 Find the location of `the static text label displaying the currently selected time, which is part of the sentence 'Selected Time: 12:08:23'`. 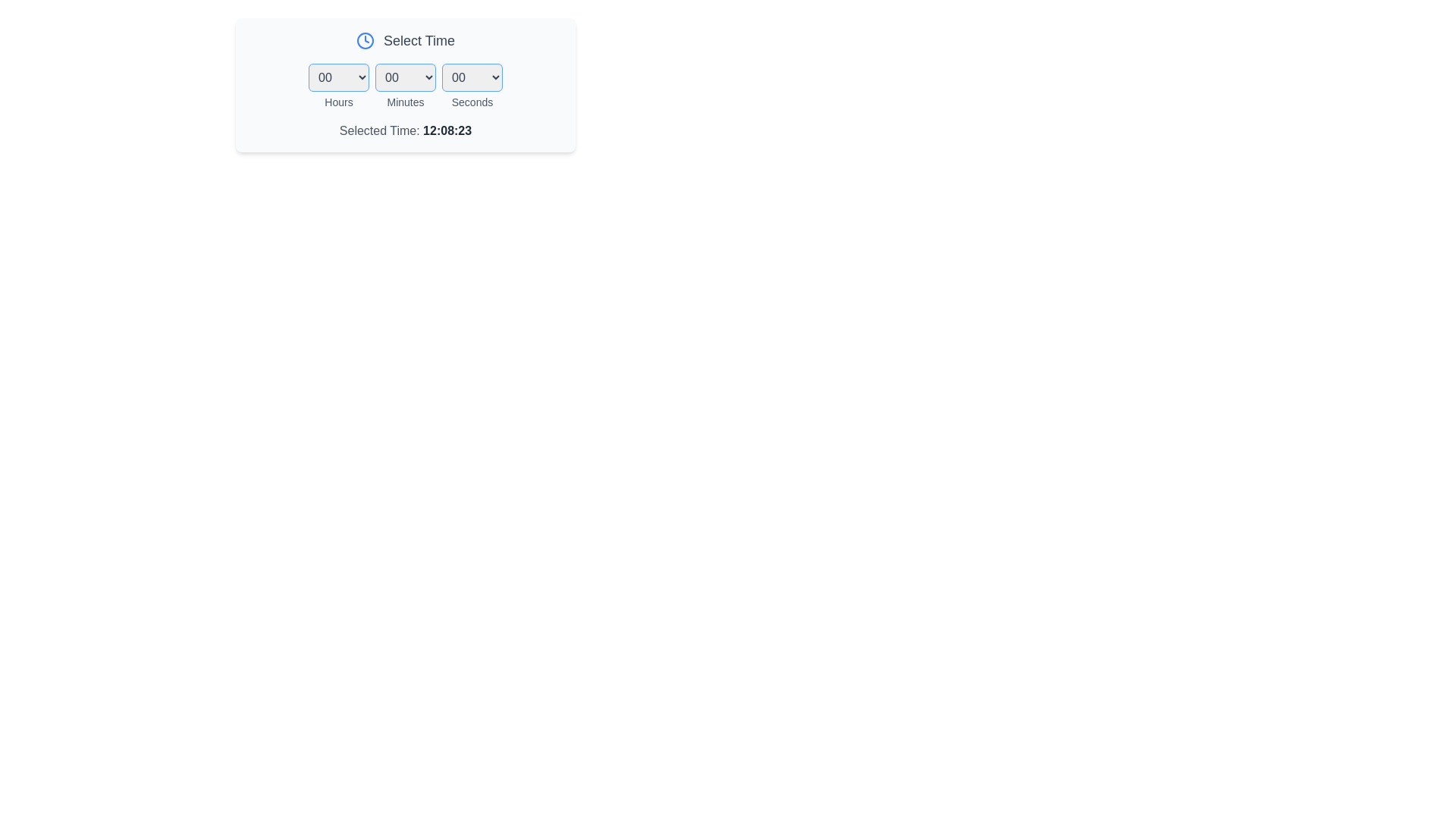

the static text label displaying the currently selected time, which is part of the sentence 'Selected Time: 12:08:23' is located at coordinates (447, 130).